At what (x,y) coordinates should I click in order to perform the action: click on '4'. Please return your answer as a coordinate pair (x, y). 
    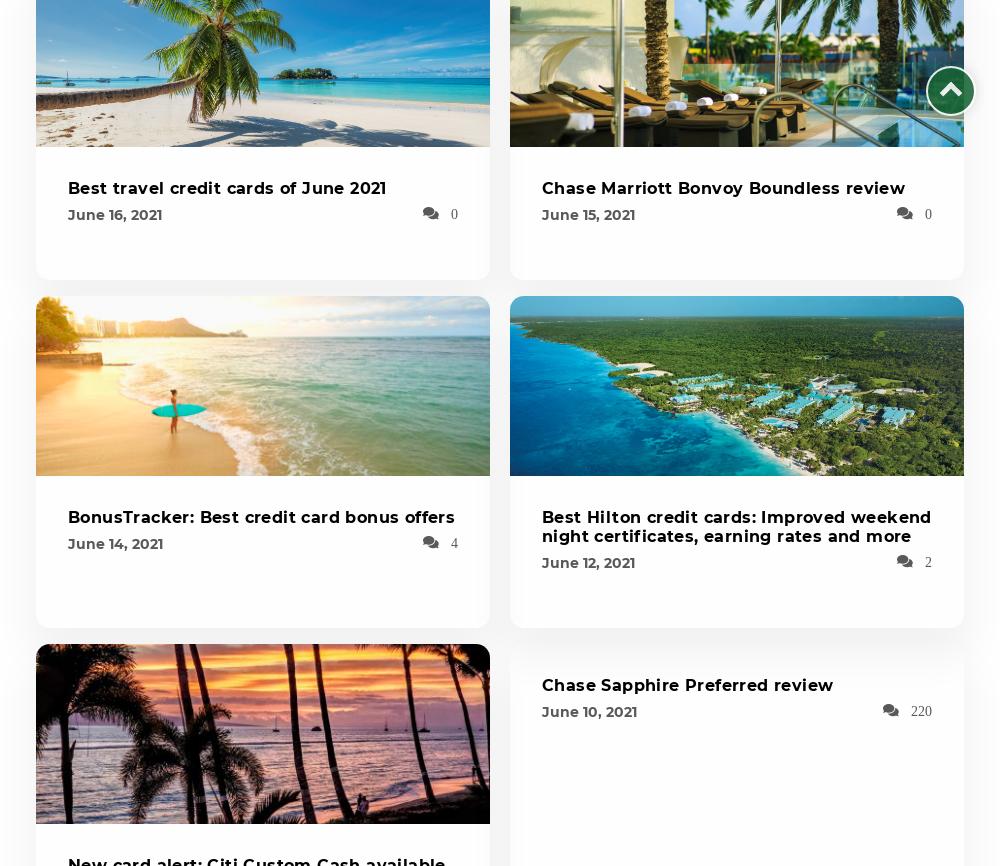
    Looking at the image, I should click on (453, 542).